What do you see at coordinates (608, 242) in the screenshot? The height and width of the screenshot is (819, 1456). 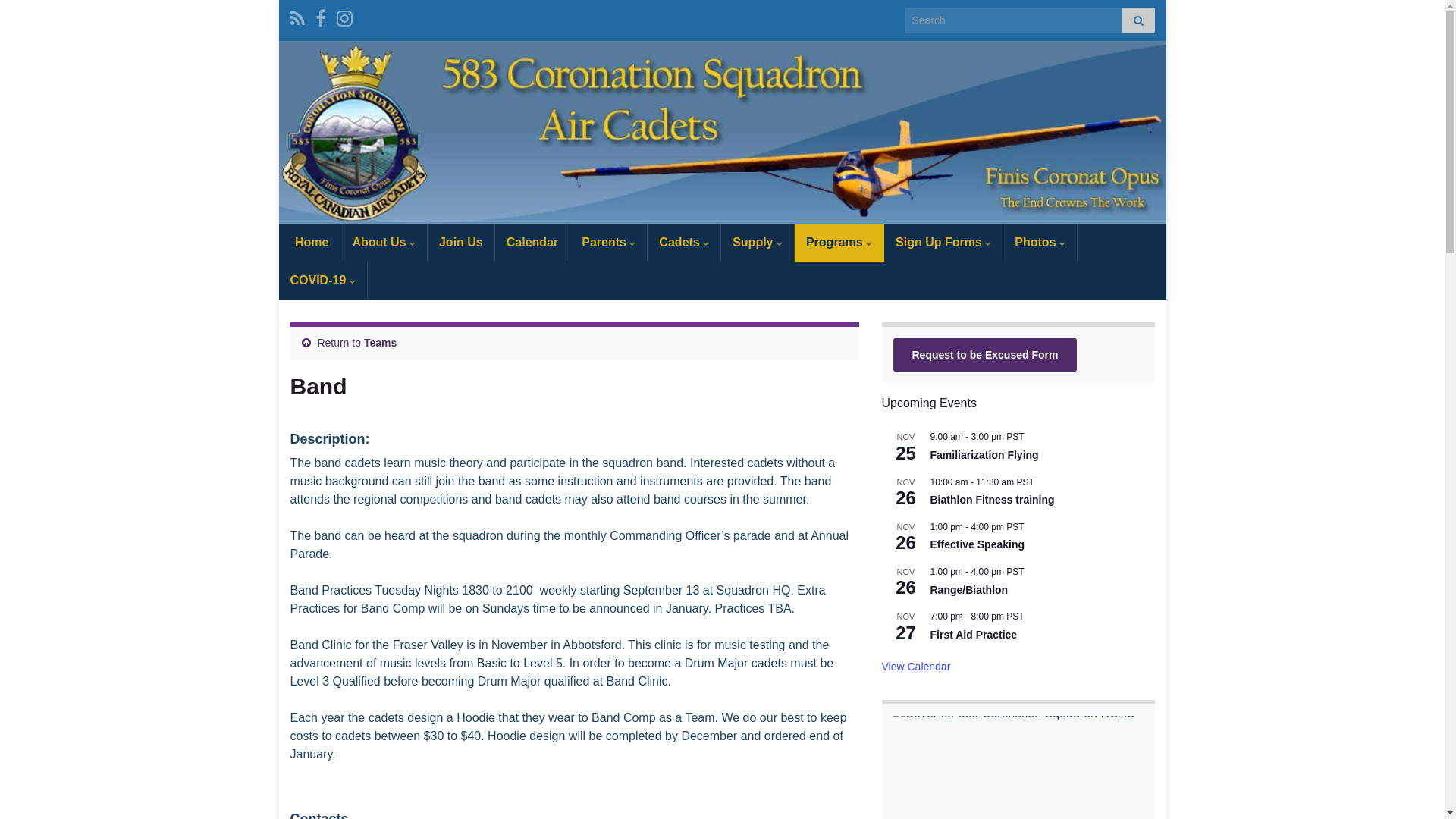 I see `'Parents'` at bounding box center [608, 242].